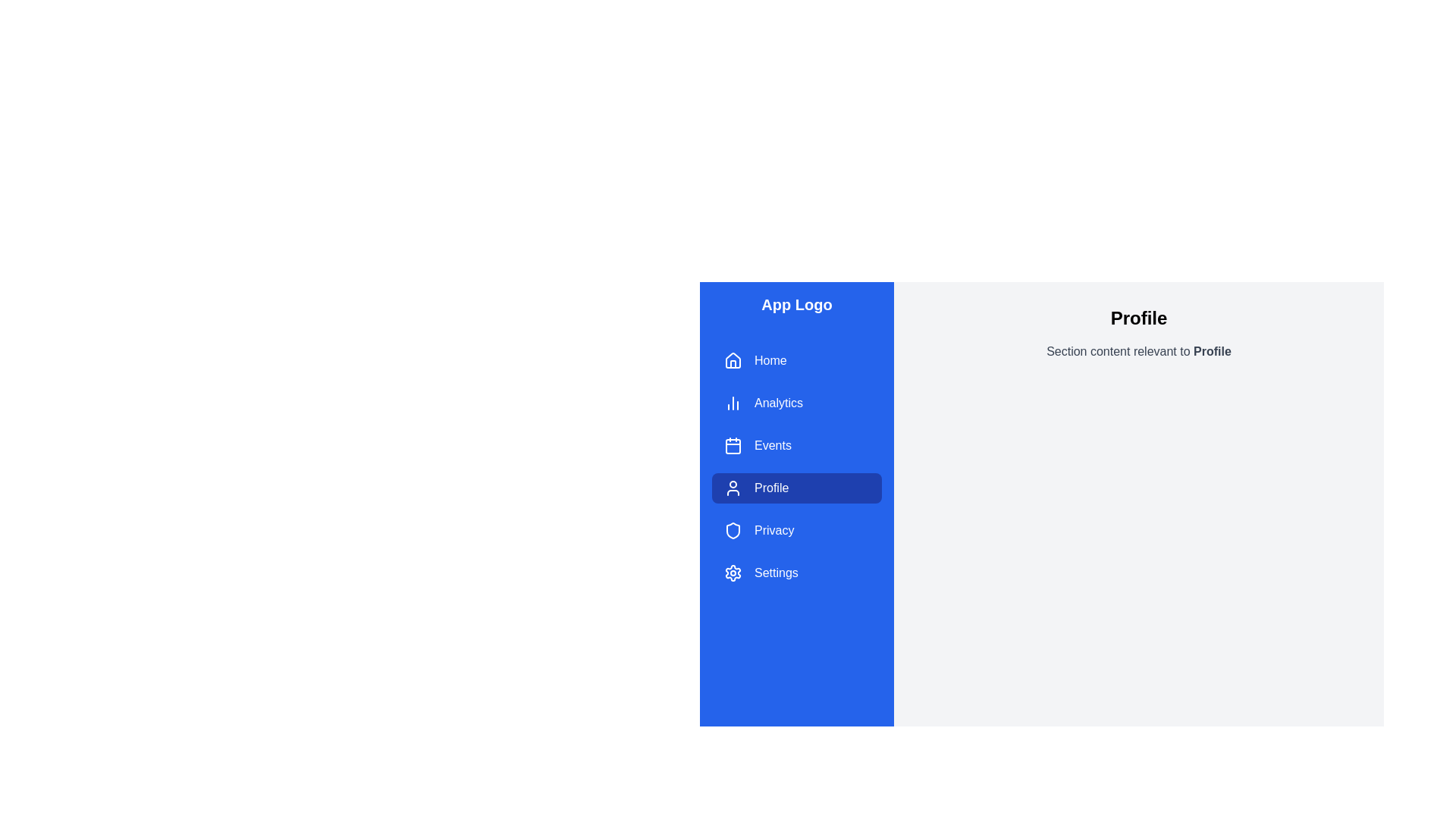  Describe the element at coordinates (733, 359) in the screenshot. I see `the house icon in the left navigation bar` at that location.